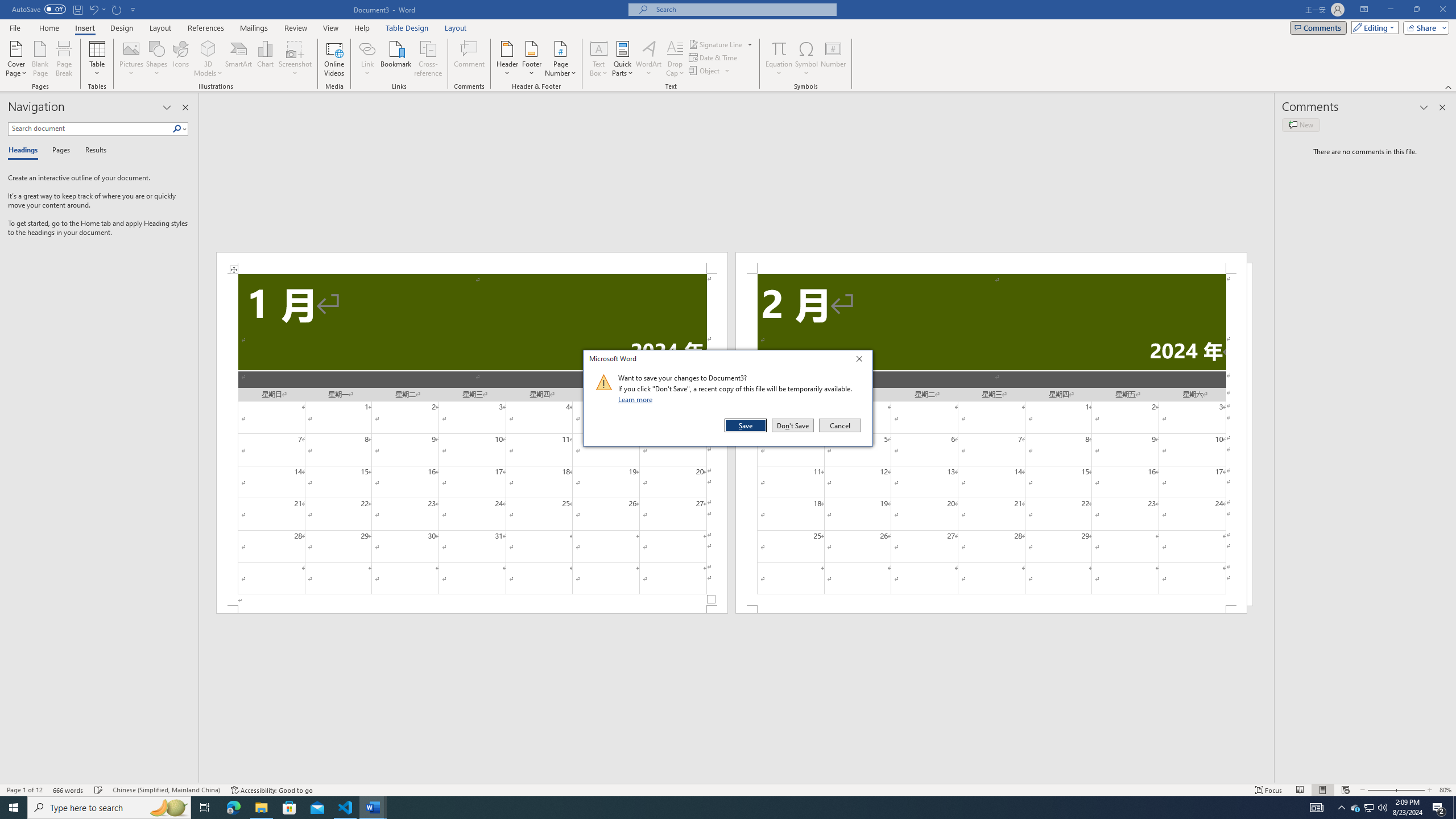  What do you see at coordinates (507, 59) in the screenshot?
I see `'Header'` at bounding box center [507, 59].